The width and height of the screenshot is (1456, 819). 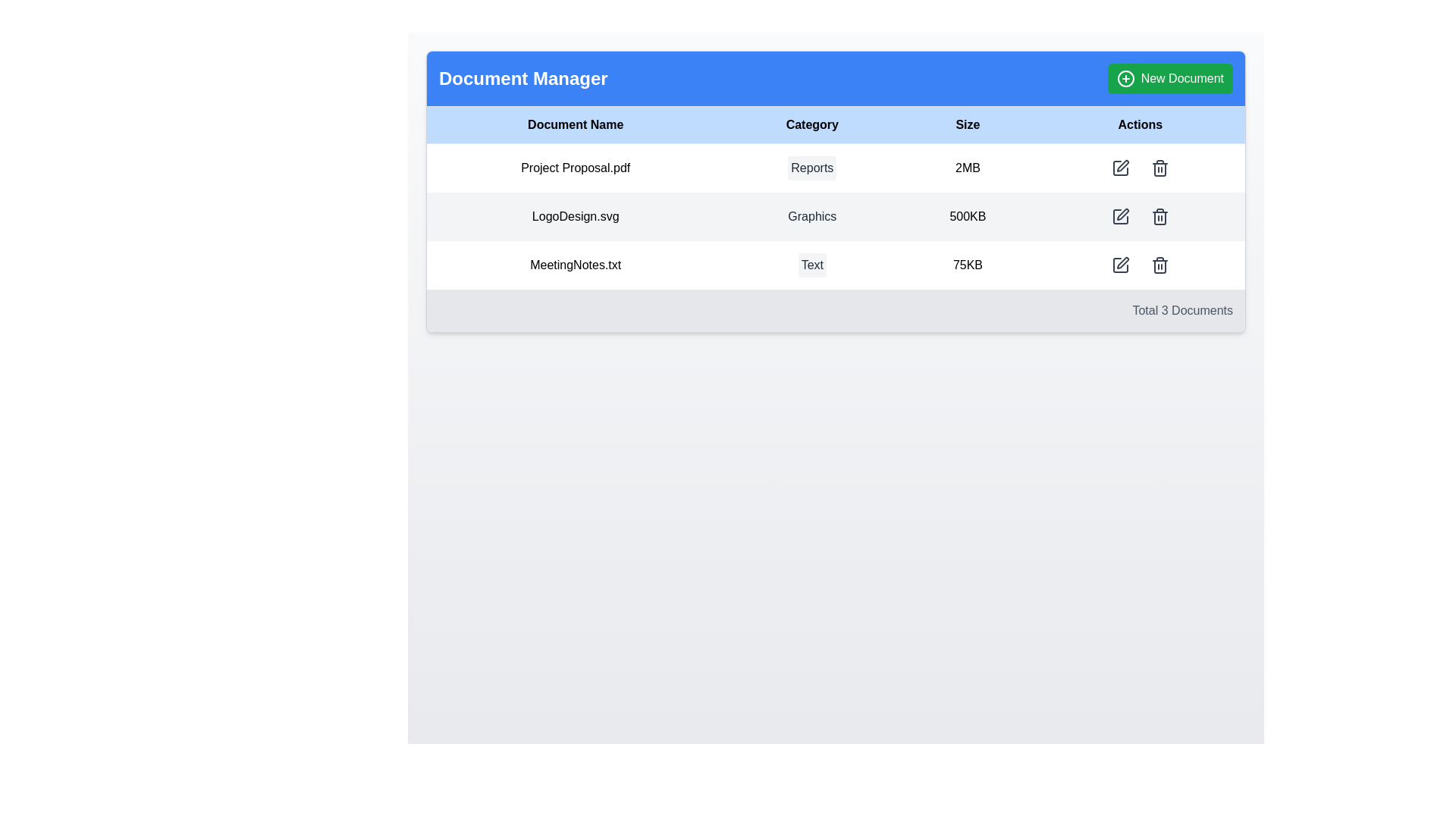 What do you see at coordinates (1122, 262) in the screenshot?
I see `the edit button located in the 'Actions' column of the table, in the third row corresponding to the 'MeetingNotes.txt' document` at bounding box center [1122, 262].